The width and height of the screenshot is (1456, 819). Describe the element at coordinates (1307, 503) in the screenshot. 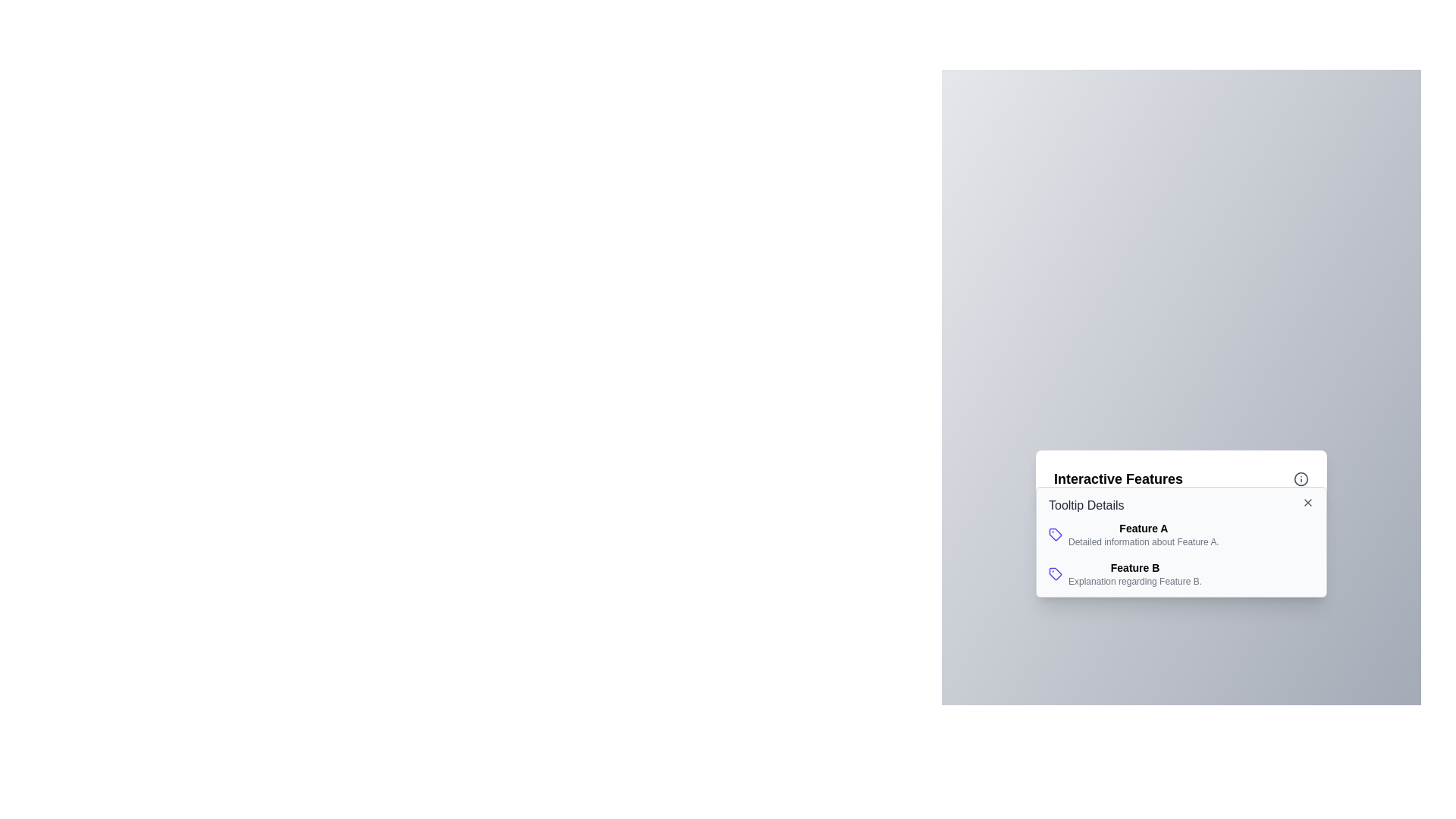

I see `the close button located in the top-right corner of the 'Tooltip Details' dialog` at that location.